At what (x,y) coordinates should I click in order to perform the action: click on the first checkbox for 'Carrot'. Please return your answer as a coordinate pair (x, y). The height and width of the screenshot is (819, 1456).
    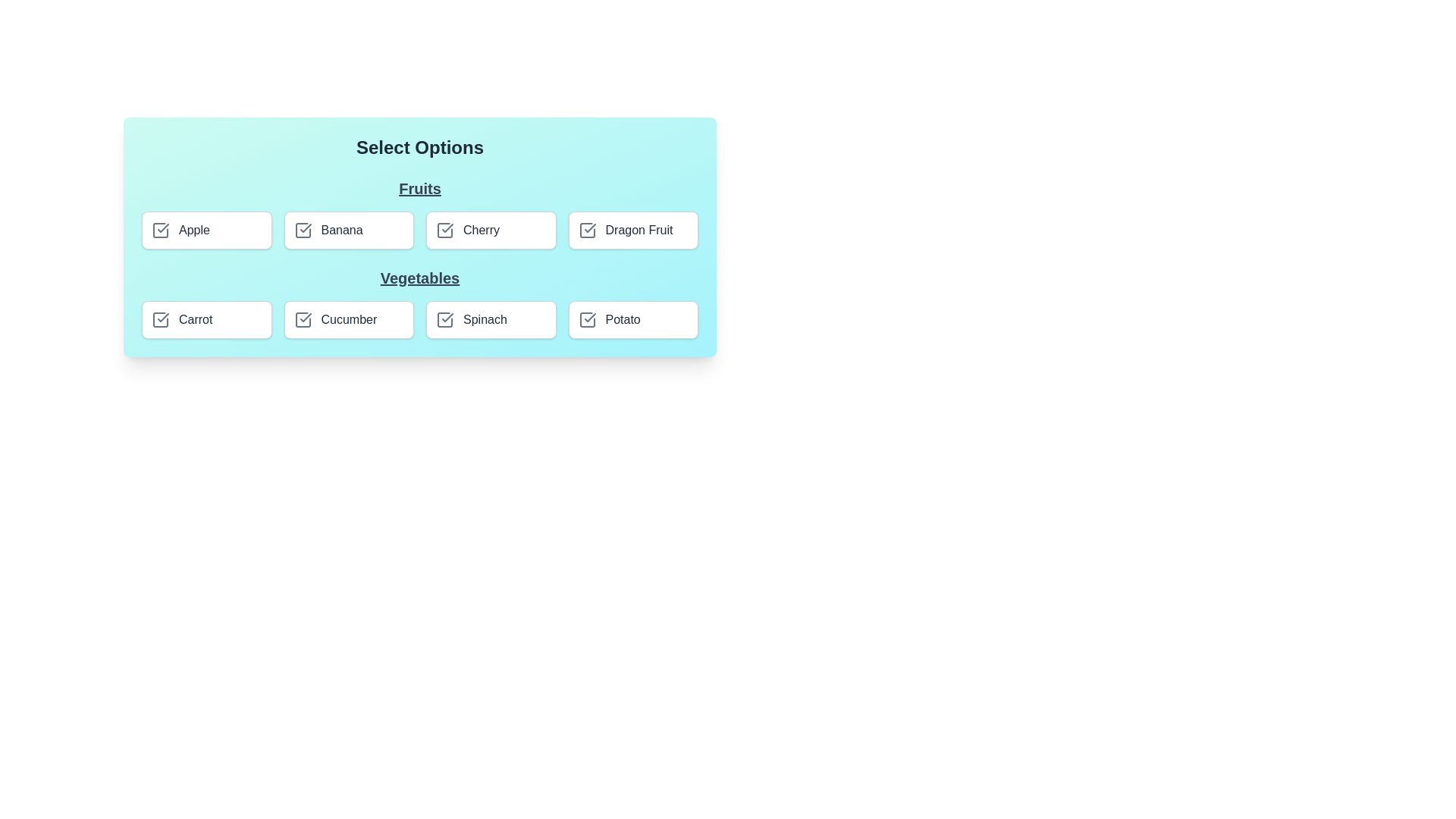
    Looking at the image, I should click on (160, 318).